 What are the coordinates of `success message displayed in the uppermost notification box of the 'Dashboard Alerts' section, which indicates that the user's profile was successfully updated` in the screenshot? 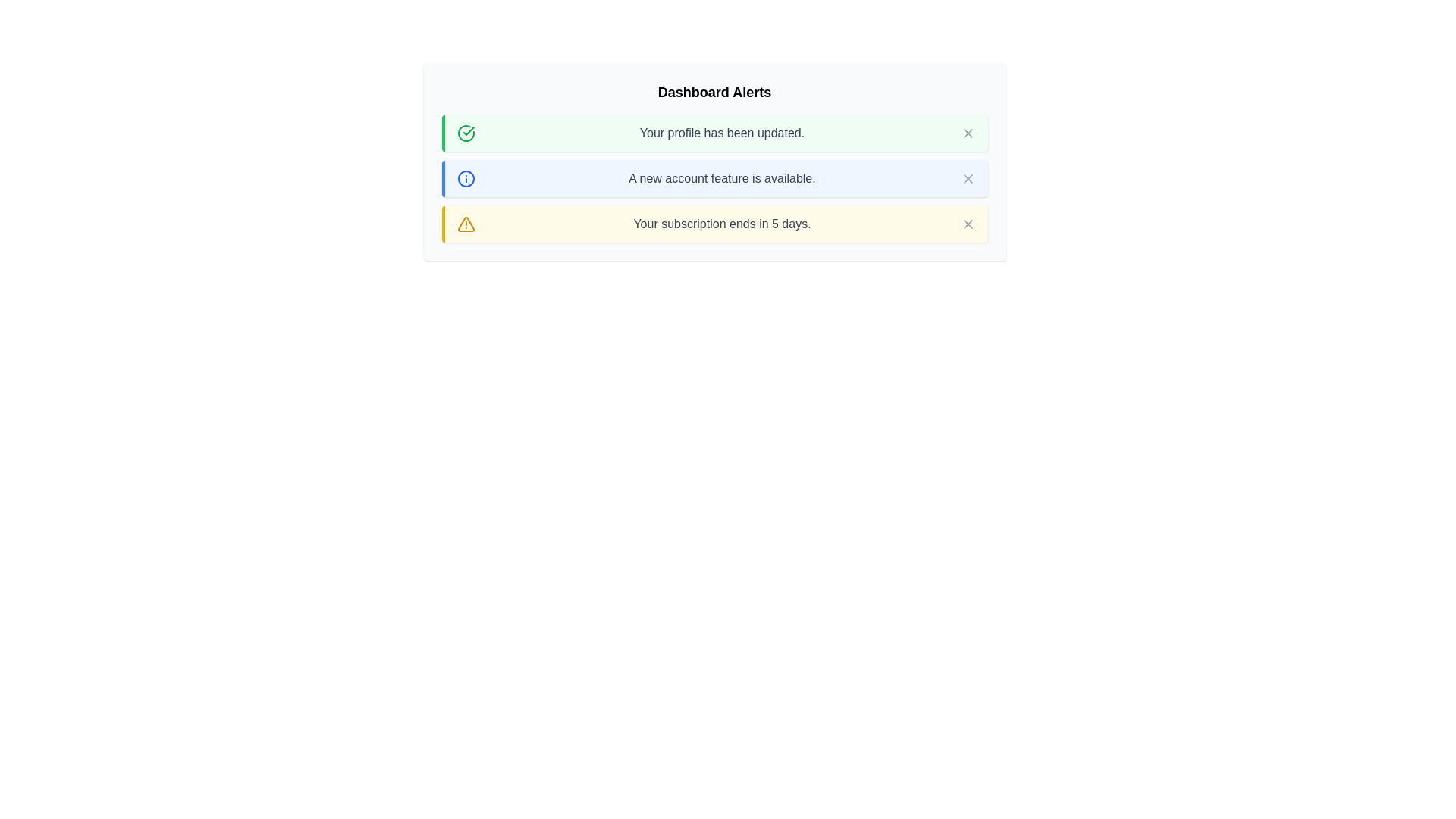 It's located at (721, 133).